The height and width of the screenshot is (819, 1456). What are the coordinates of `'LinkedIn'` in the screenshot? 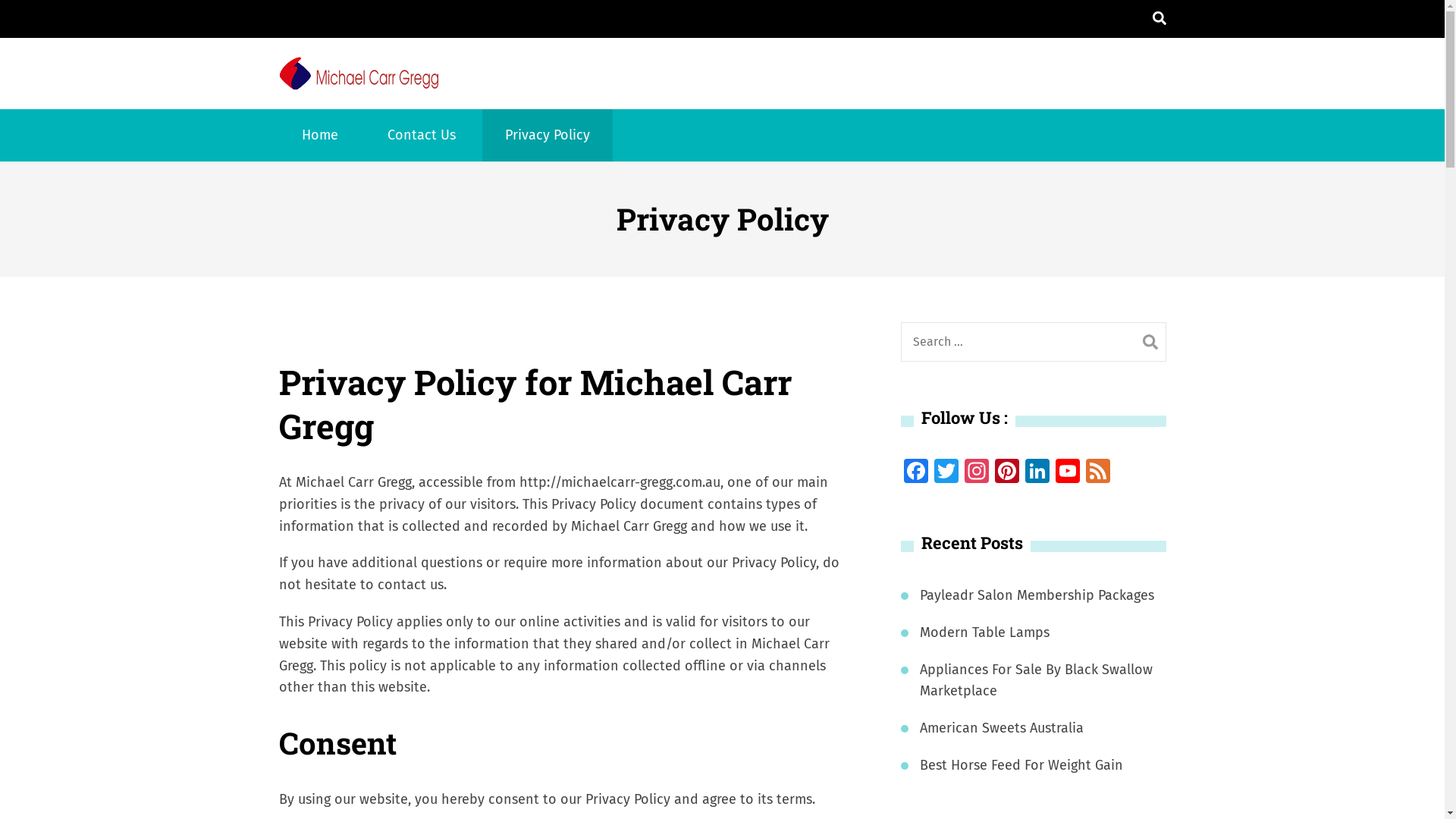 It's located at (1022, 472).